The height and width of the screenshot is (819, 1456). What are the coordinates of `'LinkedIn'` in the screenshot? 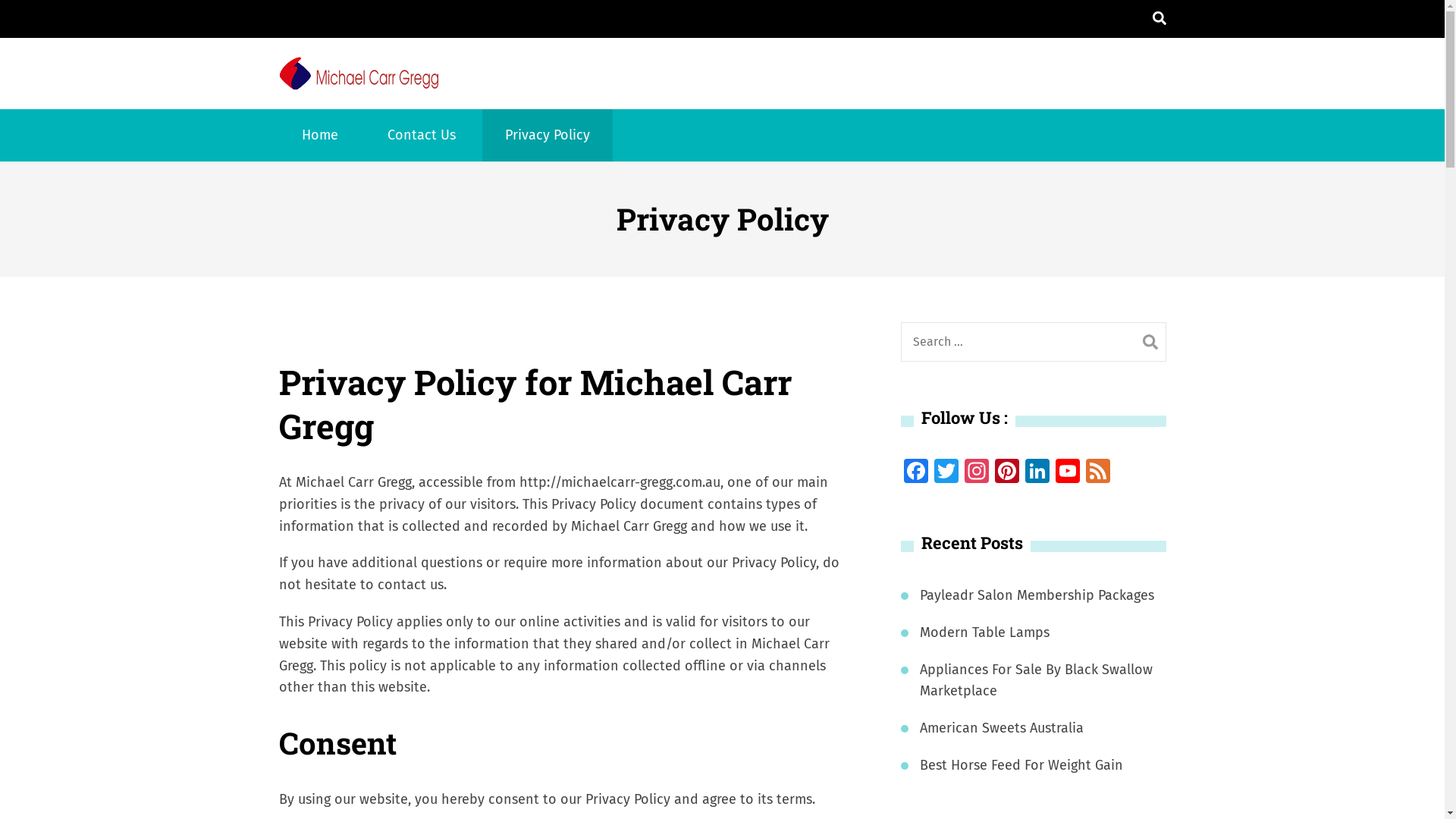 It's located at (1022, 472).